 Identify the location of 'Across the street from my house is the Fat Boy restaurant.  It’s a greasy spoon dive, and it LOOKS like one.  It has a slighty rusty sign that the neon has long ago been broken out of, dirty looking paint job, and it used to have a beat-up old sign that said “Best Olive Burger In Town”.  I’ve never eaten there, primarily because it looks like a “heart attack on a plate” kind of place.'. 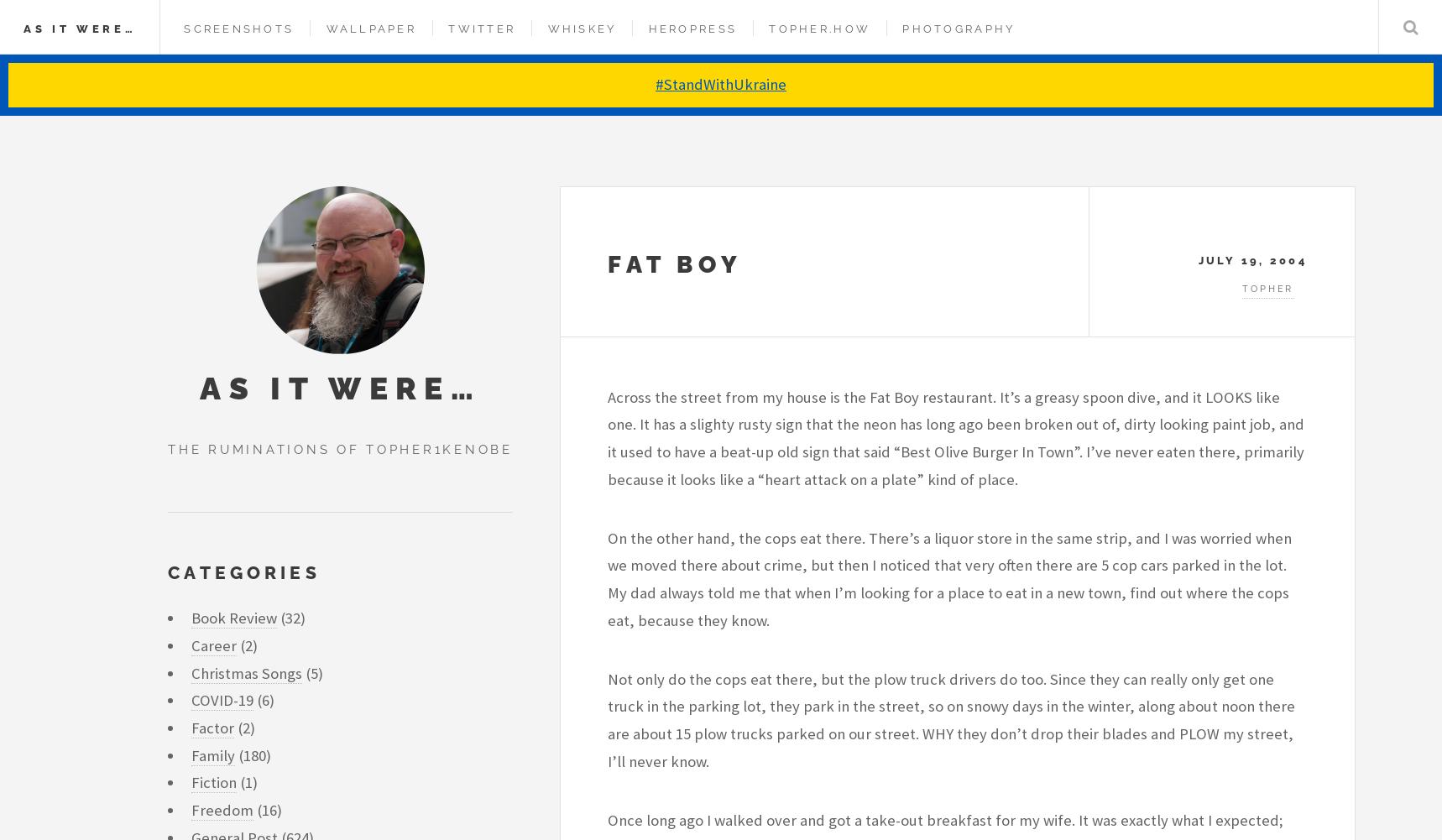
(956, 436).